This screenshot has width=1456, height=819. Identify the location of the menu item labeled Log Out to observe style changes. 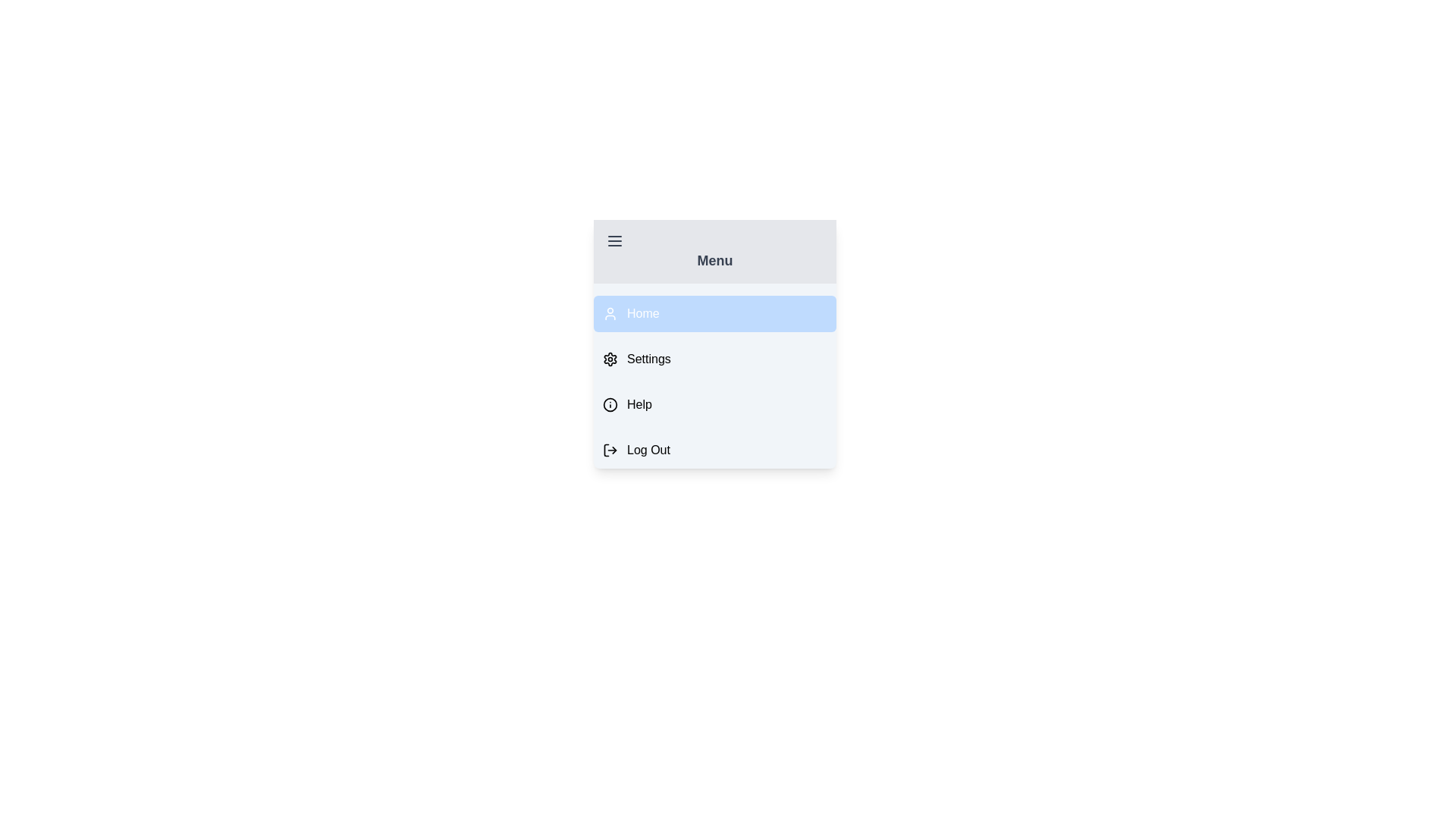
(714, 450).